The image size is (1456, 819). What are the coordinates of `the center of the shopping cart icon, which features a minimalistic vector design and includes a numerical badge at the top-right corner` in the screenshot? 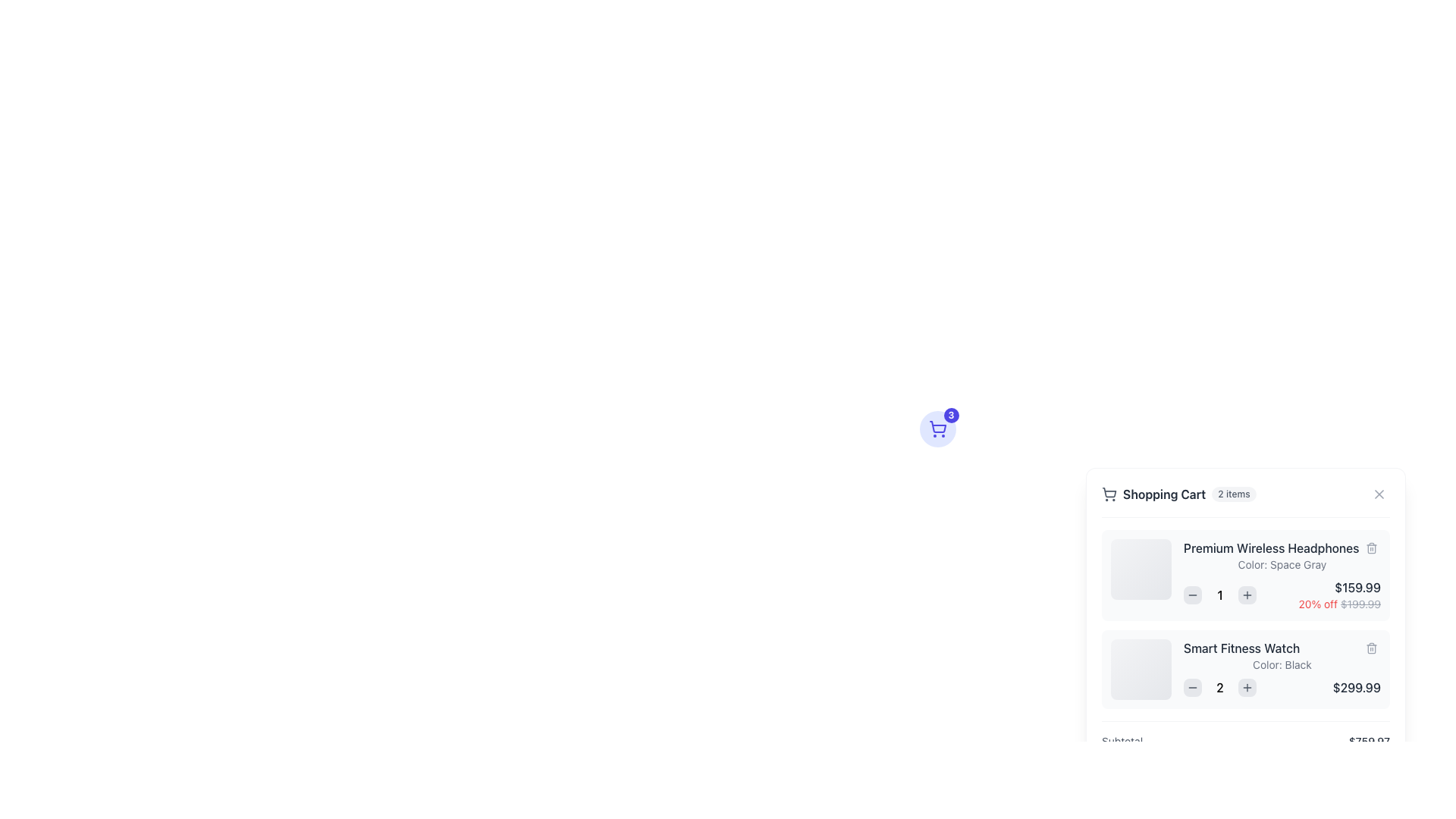 It's located at (937, 427).